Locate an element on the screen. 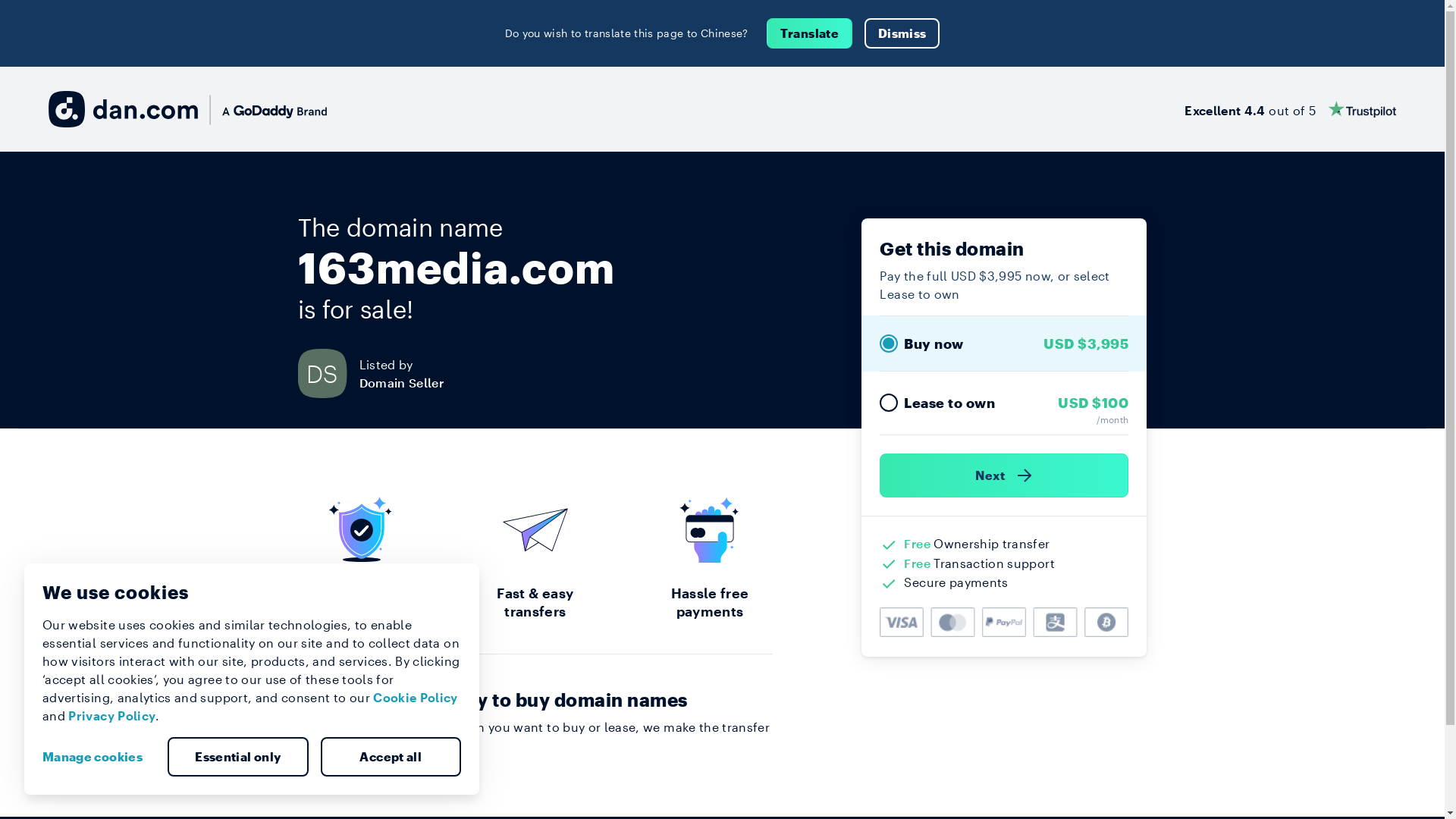  'Excellent 4.4 out of 5' is located at coordinates (1289, 108).